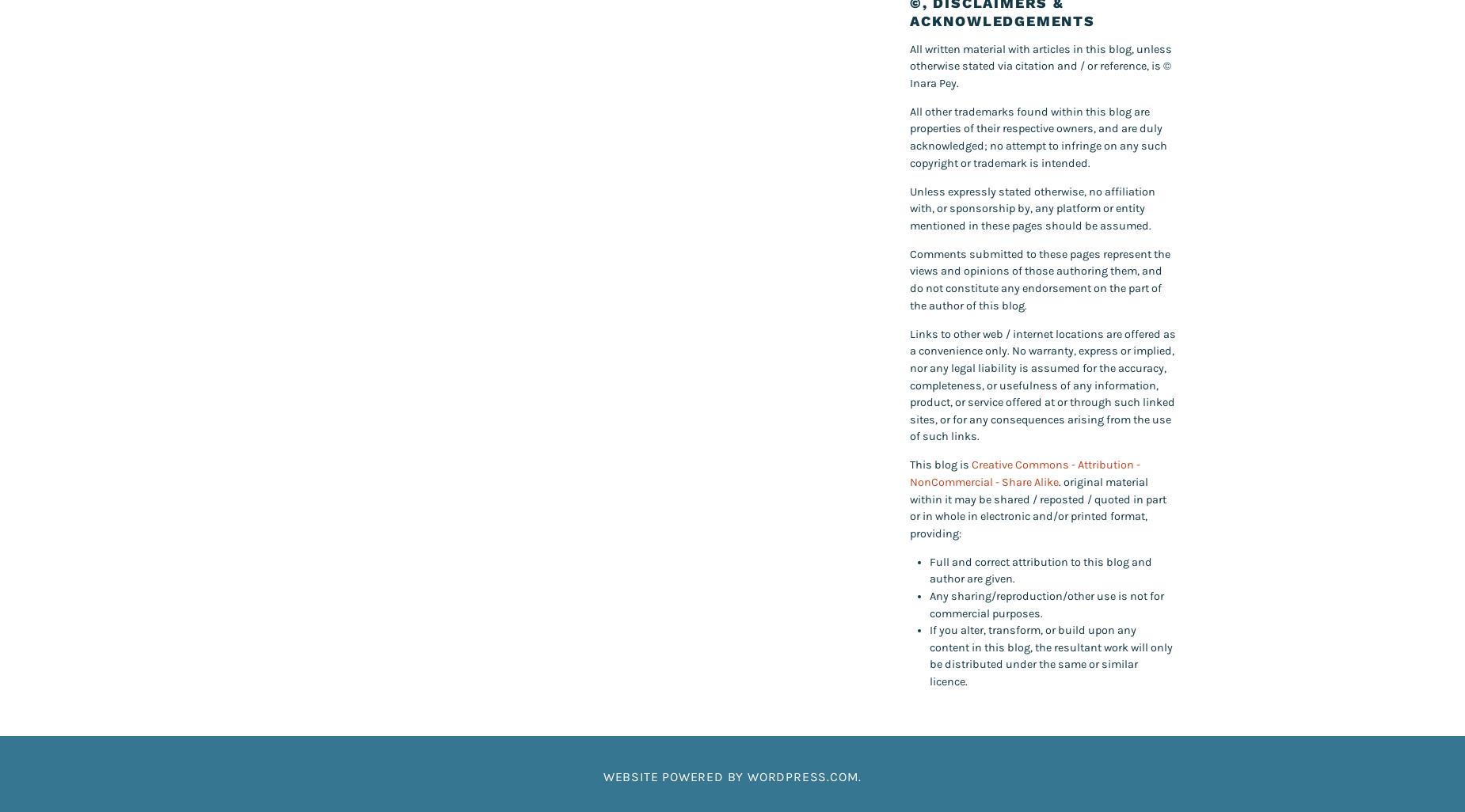  What do you see at coordinates (1037, 507) in the screenshot?
I see `'. original material within it may be shared / reposted / quoted in part or in whole in electronic and/or printed format, providing:'` at bounding box center [1037, 507].